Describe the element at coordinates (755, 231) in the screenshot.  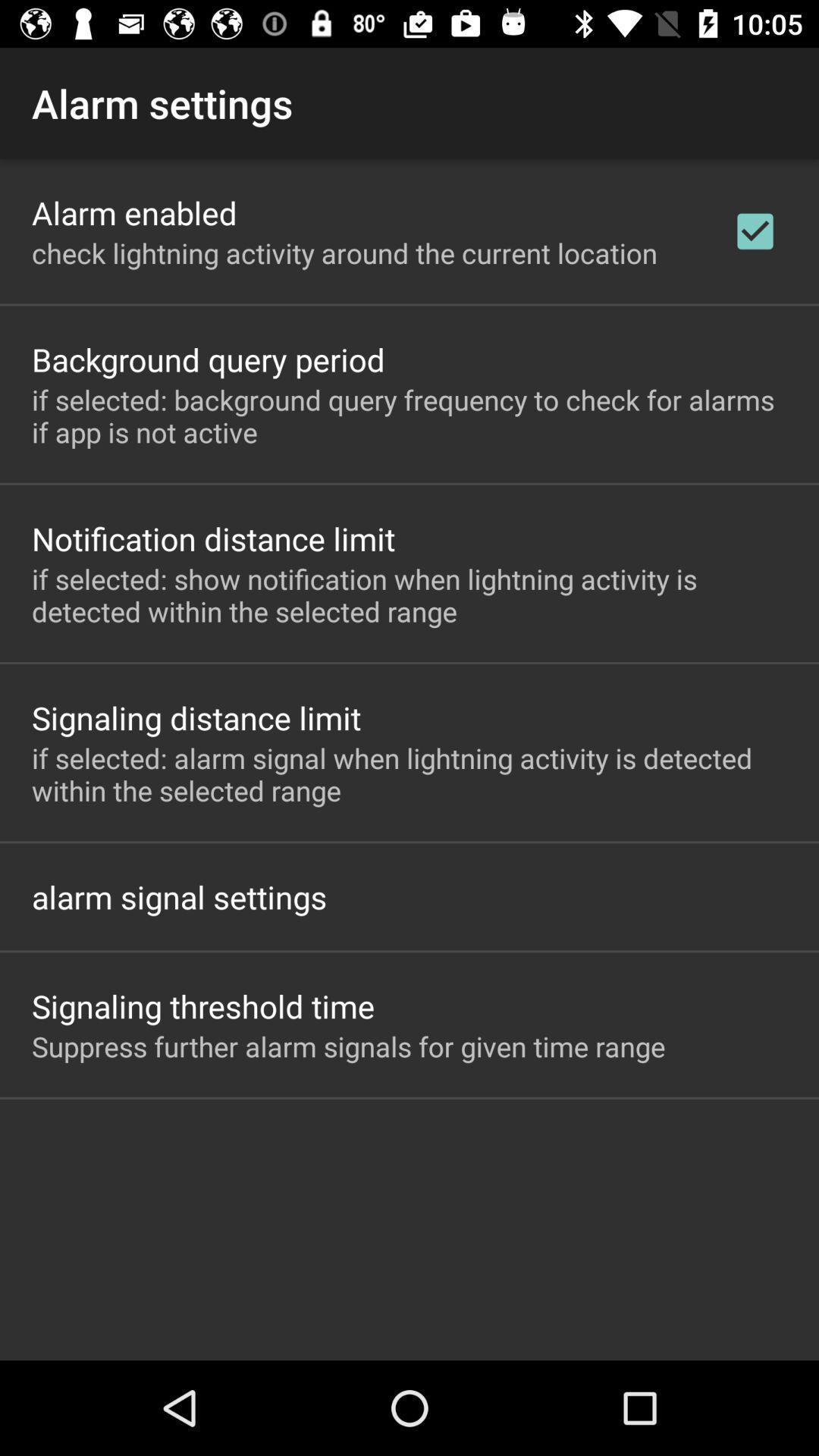
I see `checkbox at the top right corner` at that location.